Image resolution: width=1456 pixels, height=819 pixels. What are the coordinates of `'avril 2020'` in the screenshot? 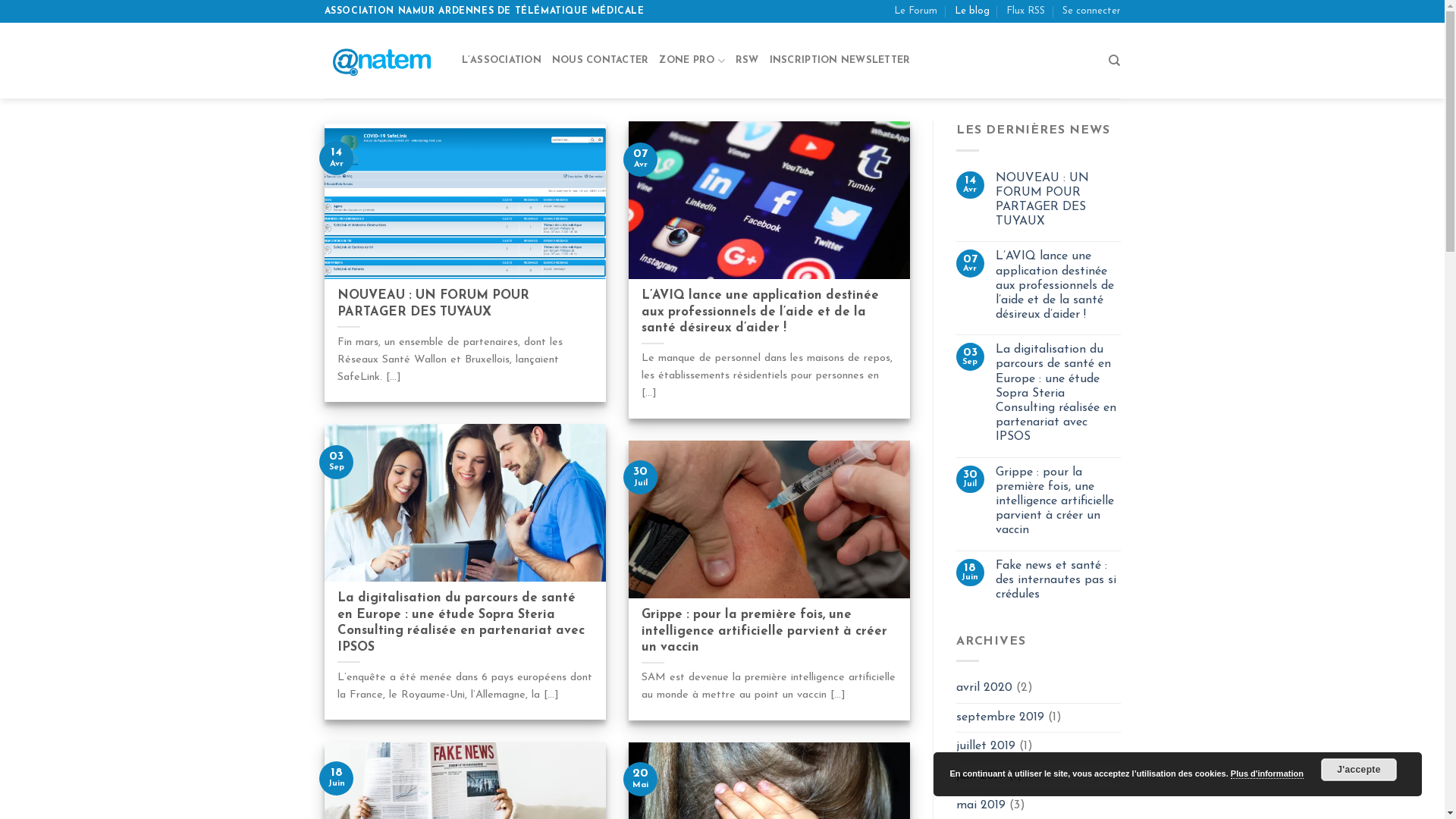 It's located at (955, 688).